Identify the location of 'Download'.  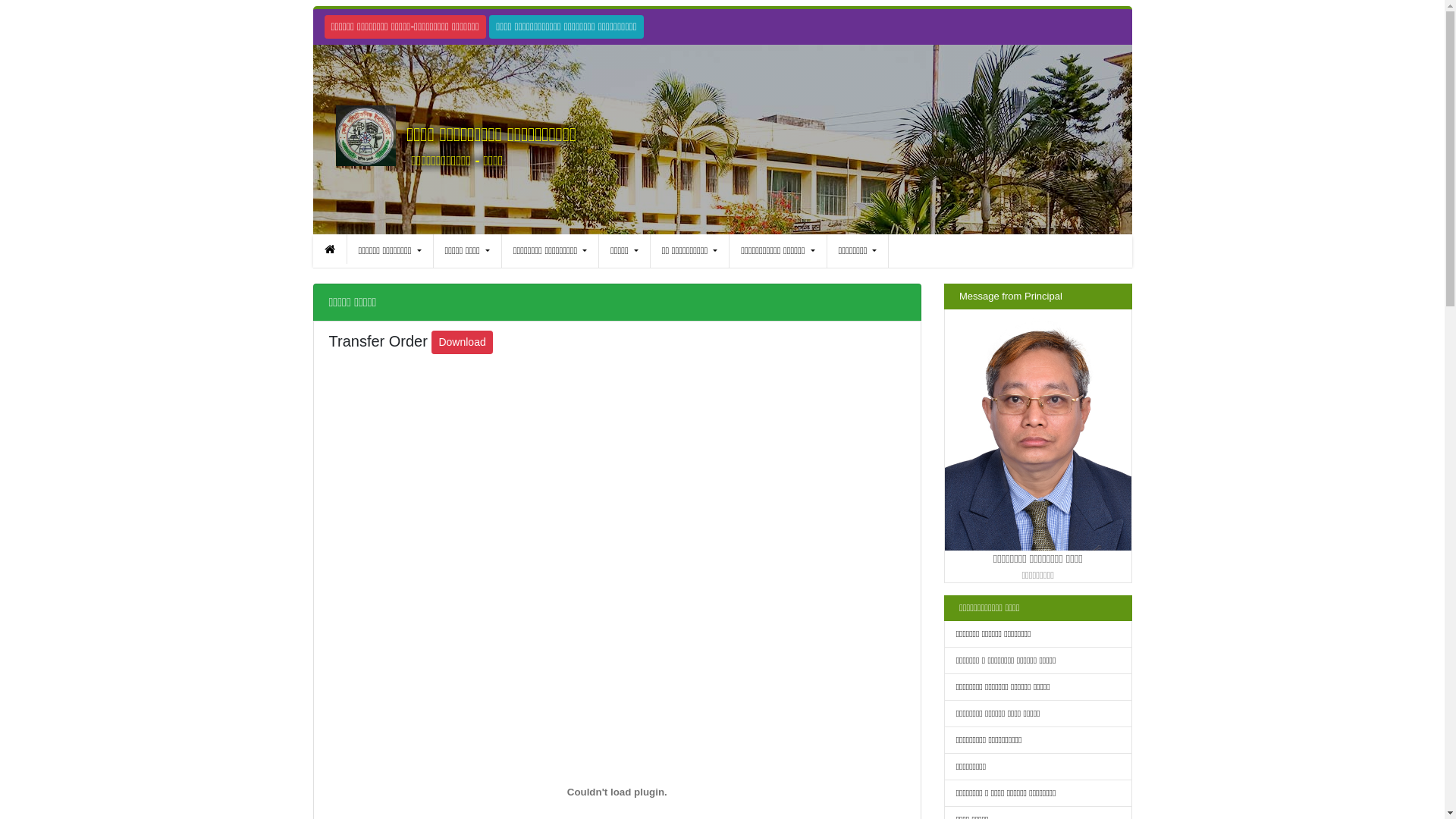
(461, 342).